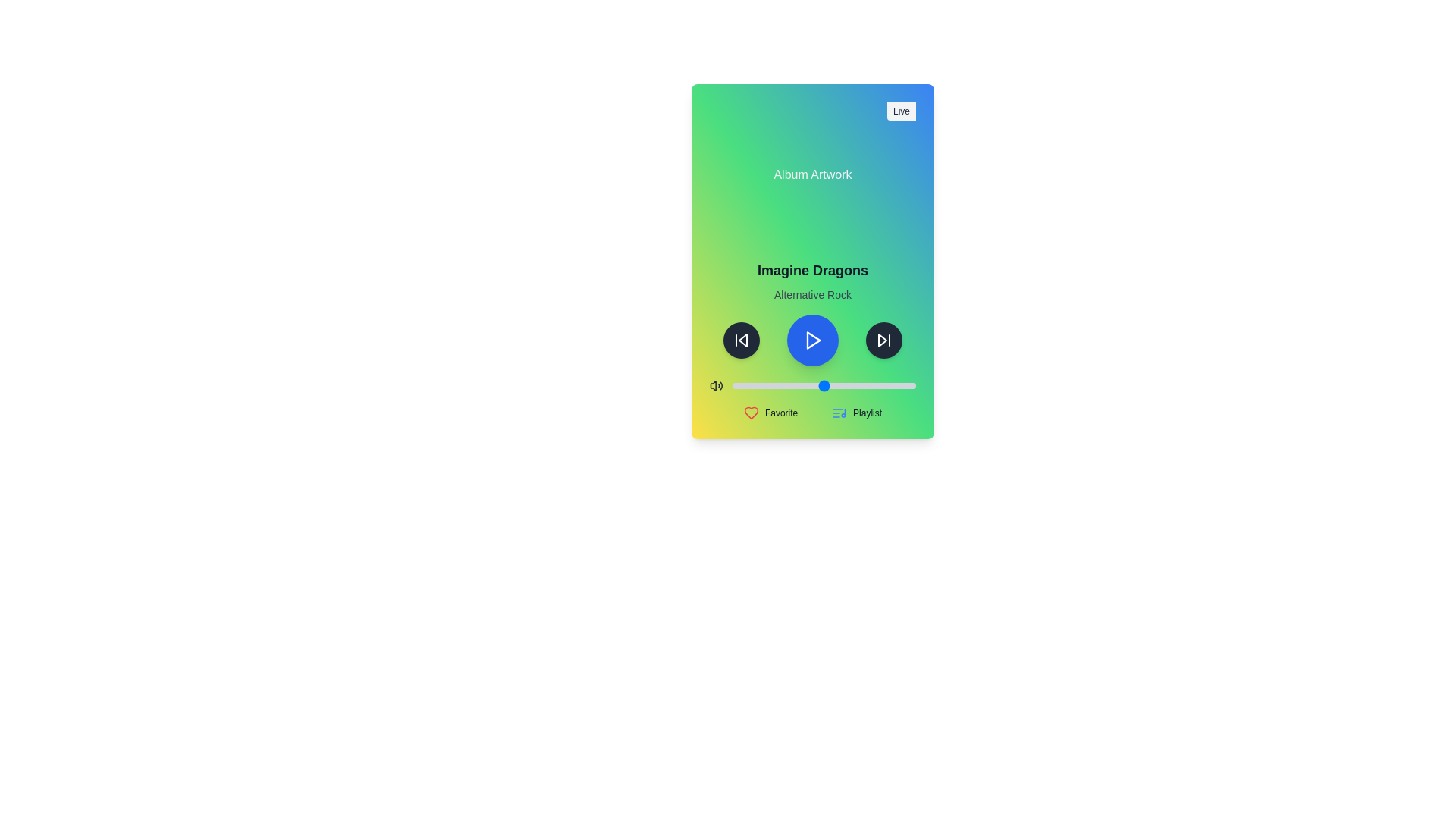 This screenshot has width=1456, height=819. What do you see at coordinates (811, 270) in the screenshot?
I see `the artist name text label, which is centrally located in the card interface, beneath the 'Album Artwork' label and above 'Alternative Rock'` at bounding box center [811, 270].